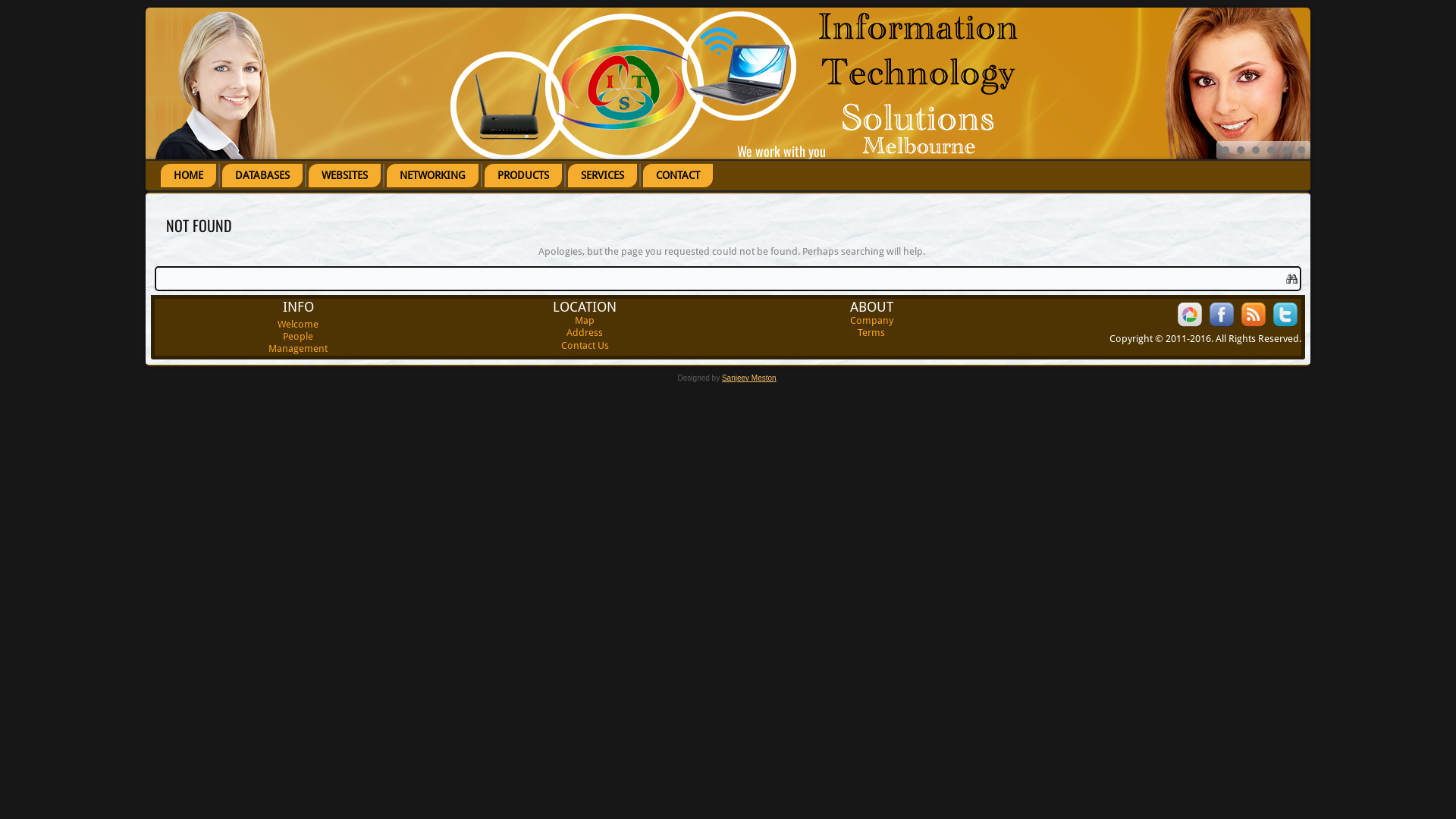 The image size is (1456, 819). What do you see at coordinates (431, 174) in the screenshot?
I see `'NETWORKING'` at bounding box center [431, 174].